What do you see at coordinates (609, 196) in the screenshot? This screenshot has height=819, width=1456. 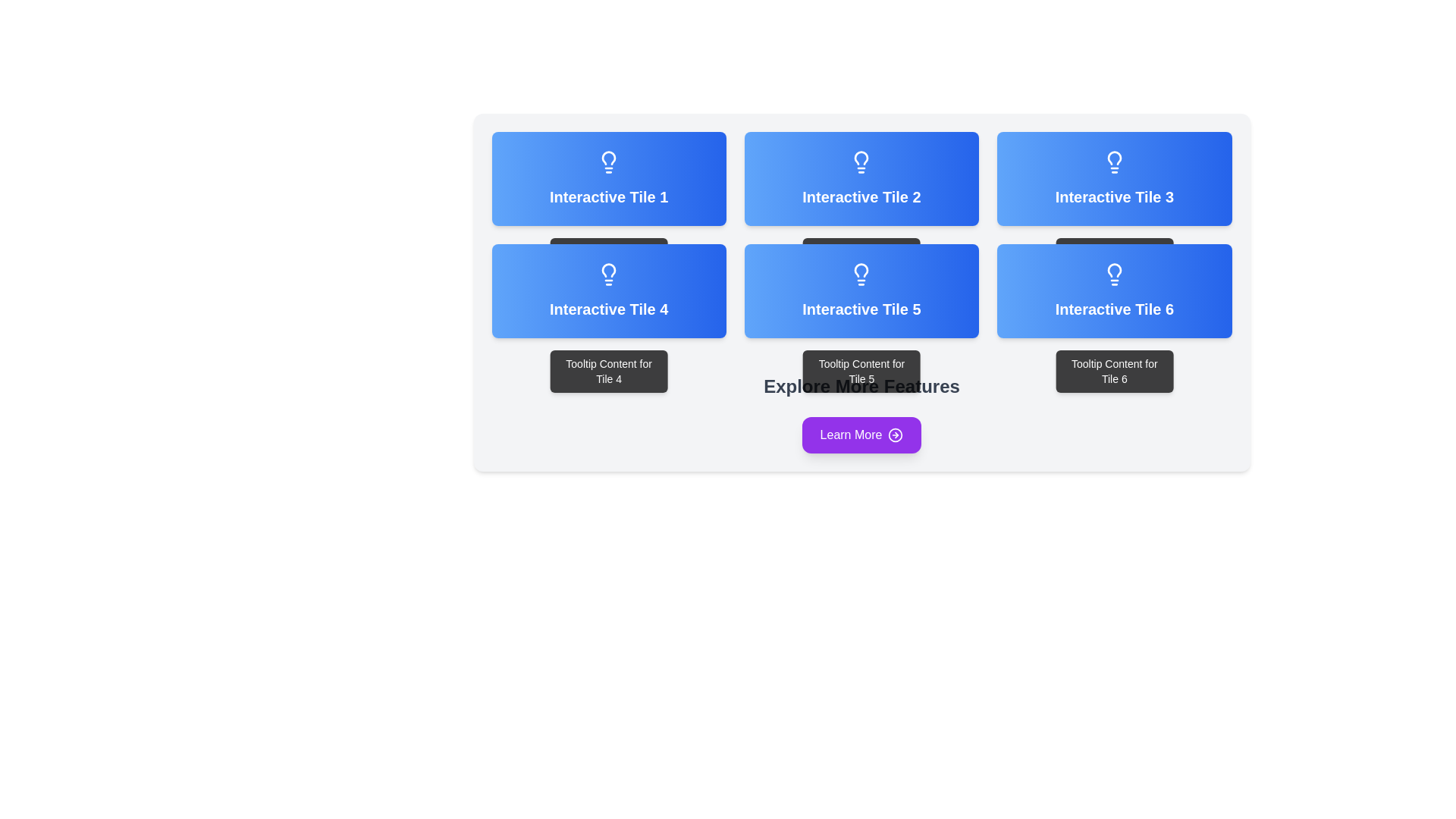 I see `the text label reading 'Interactive Tile 1', which is styled in bold and located within a blue gradient background tile` at bounding box center [609, 196].